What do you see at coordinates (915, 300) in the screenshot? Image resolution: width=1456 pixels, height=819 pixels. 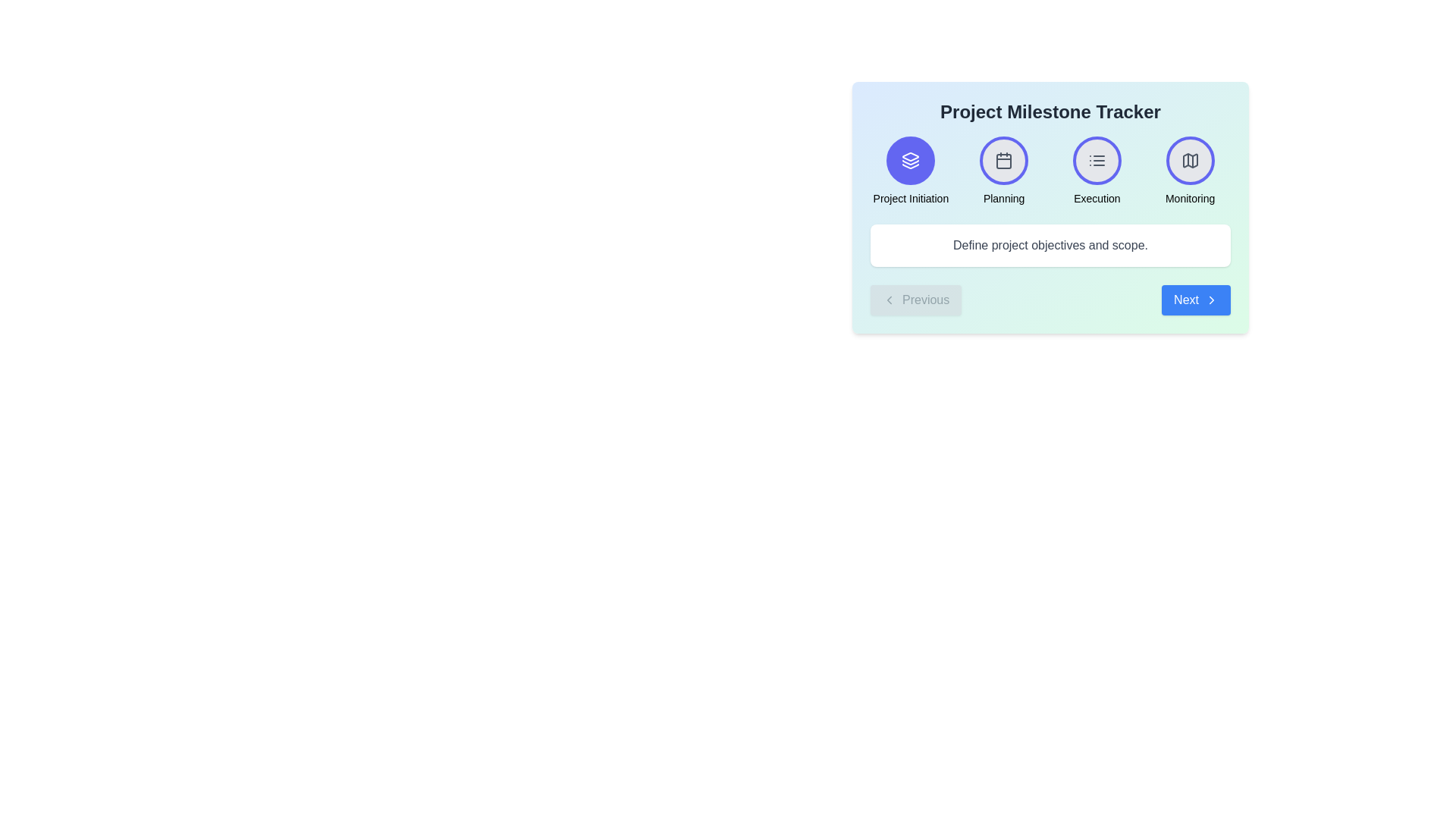 I see `the gray 'Previous' button with a left arrow icon` at bounding box center [915, 300].